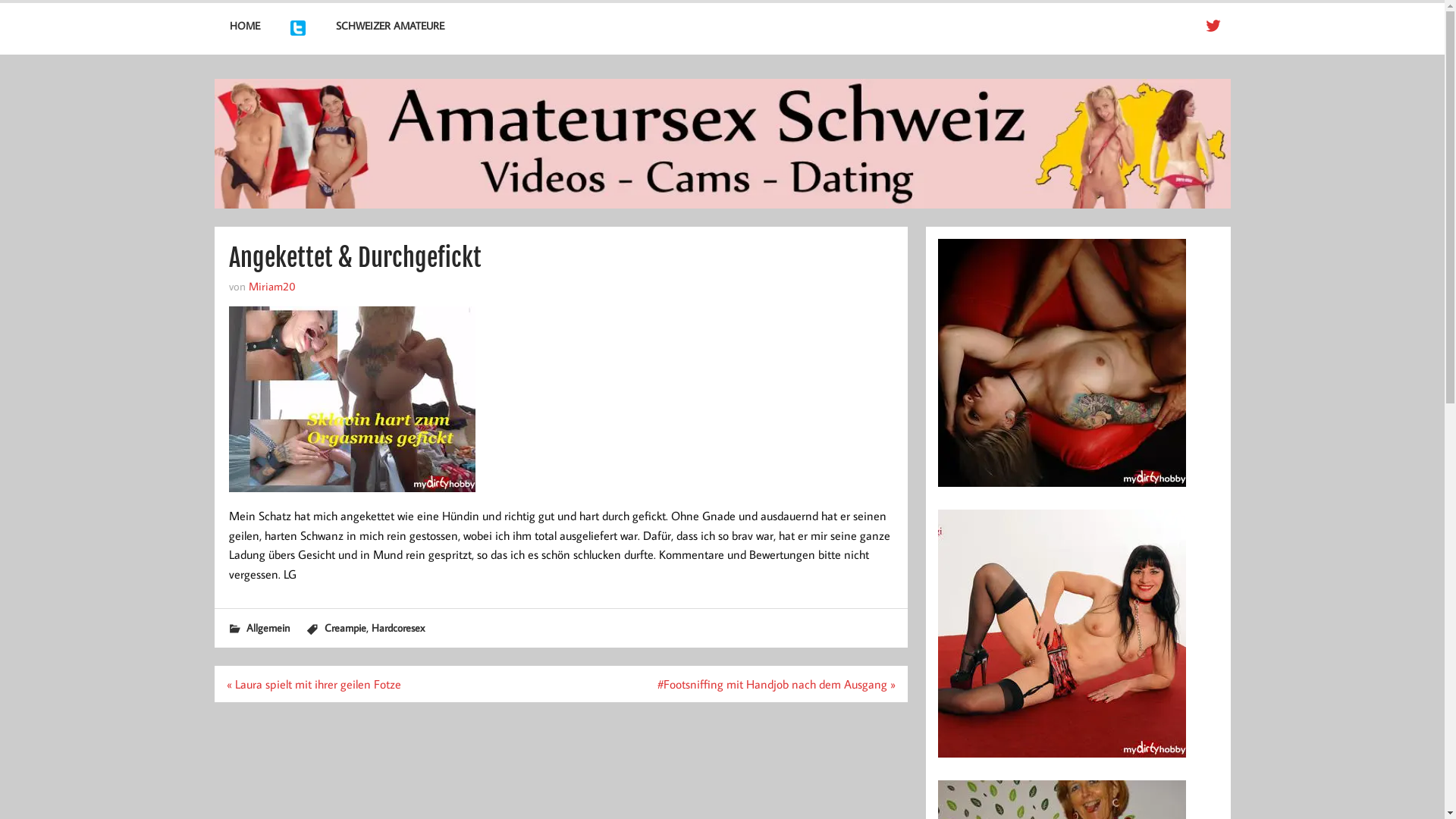 Image resolution: width=1456 pixels, height=819 pixels. Describe the element at coordinates (267, 627) in the screenshot. I see `'Allgemein'` at that location.